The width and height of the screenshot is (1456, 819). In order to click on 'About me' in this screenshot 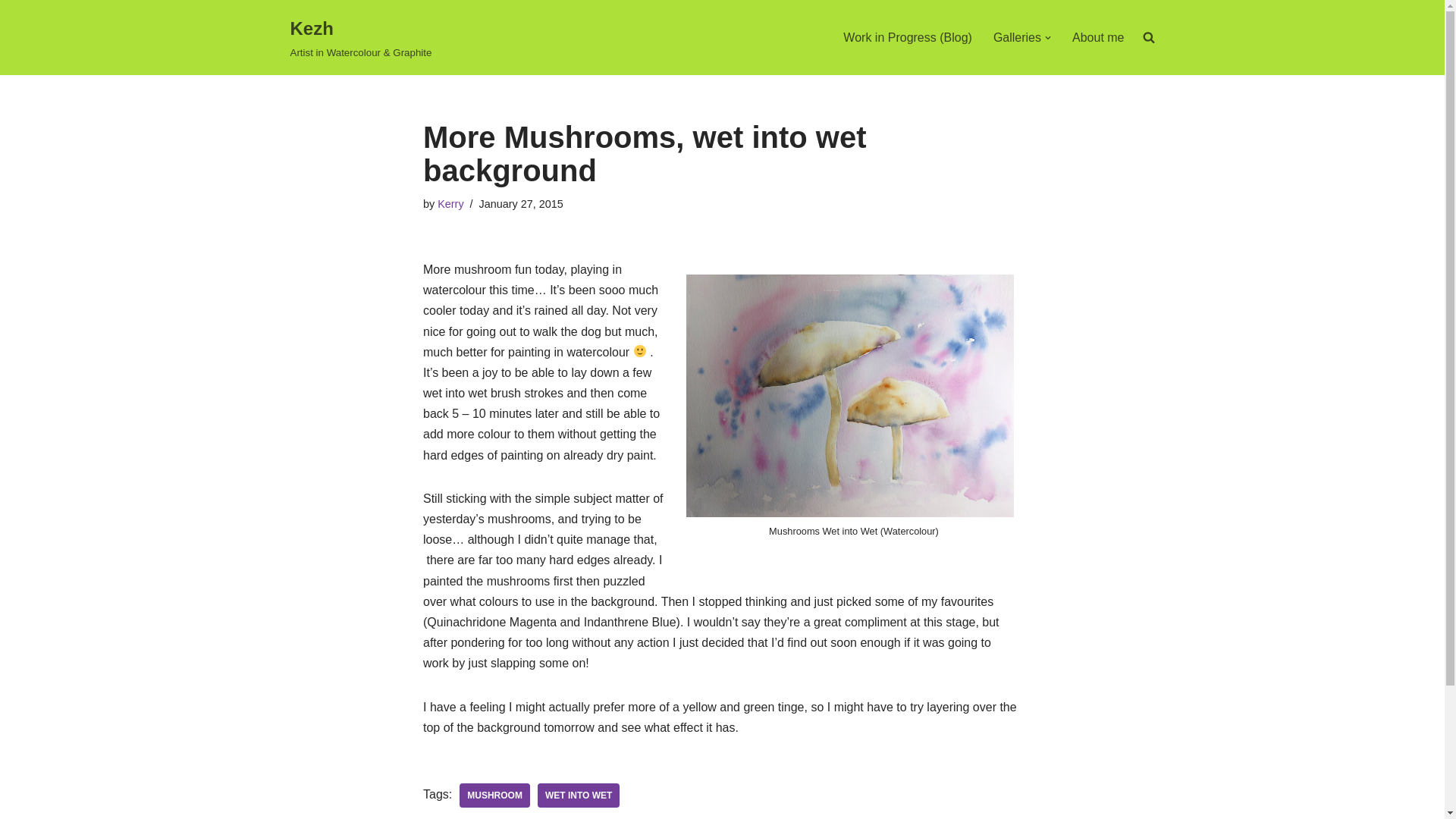, I will do `click(1098, 36)`.